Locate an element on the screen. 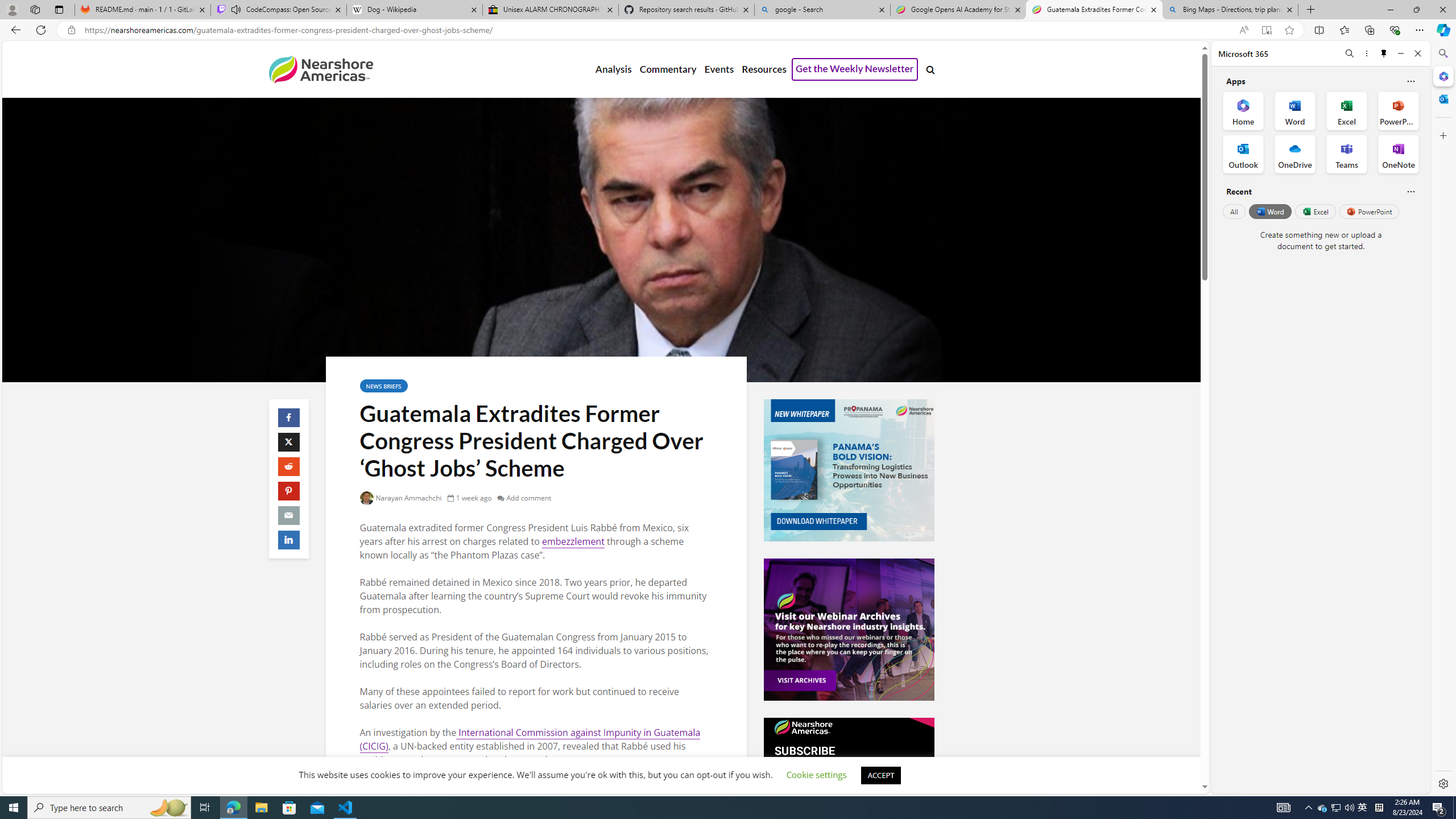  'Is this helpful?' is located at coordinates (1410, 191).